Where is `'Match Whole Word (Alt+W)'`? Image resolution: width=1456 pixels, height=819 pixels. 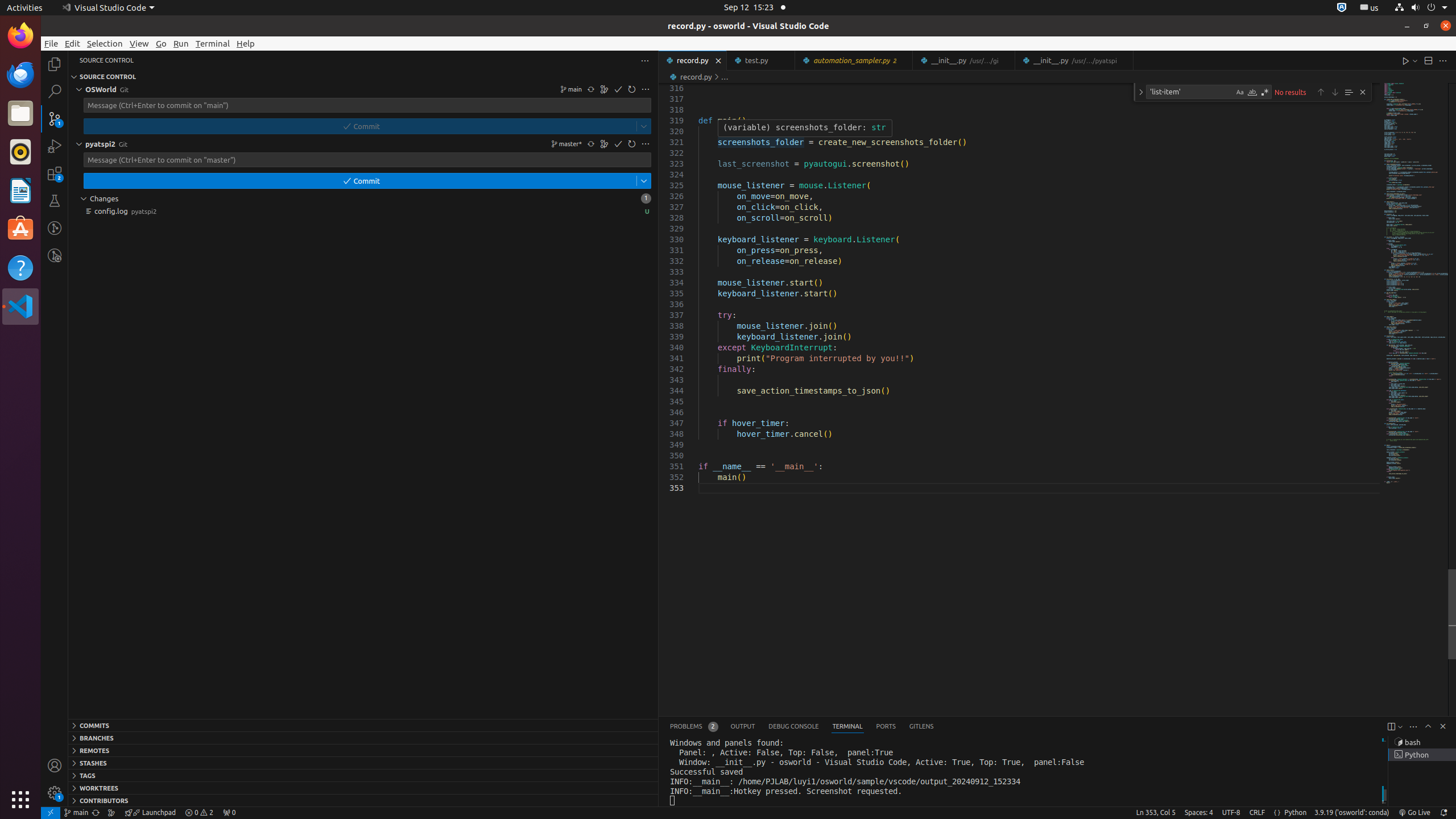
'Match Whole Word (Alt+W)' is located at coordinates (1252, 92).